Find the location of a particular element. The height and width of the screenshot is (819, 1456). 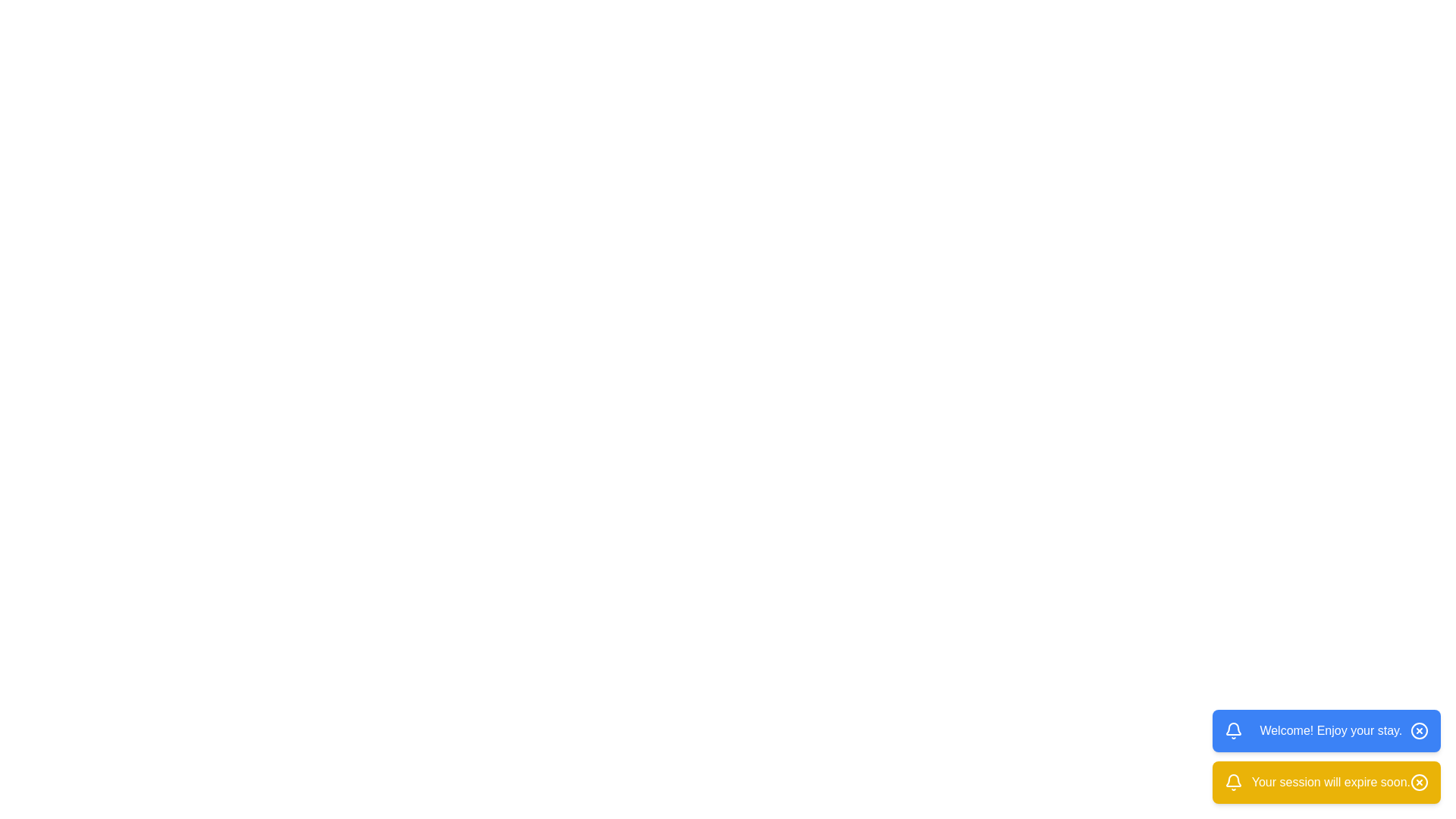

close button of the notification to dismiss it is located at coordinates (1419, 730).